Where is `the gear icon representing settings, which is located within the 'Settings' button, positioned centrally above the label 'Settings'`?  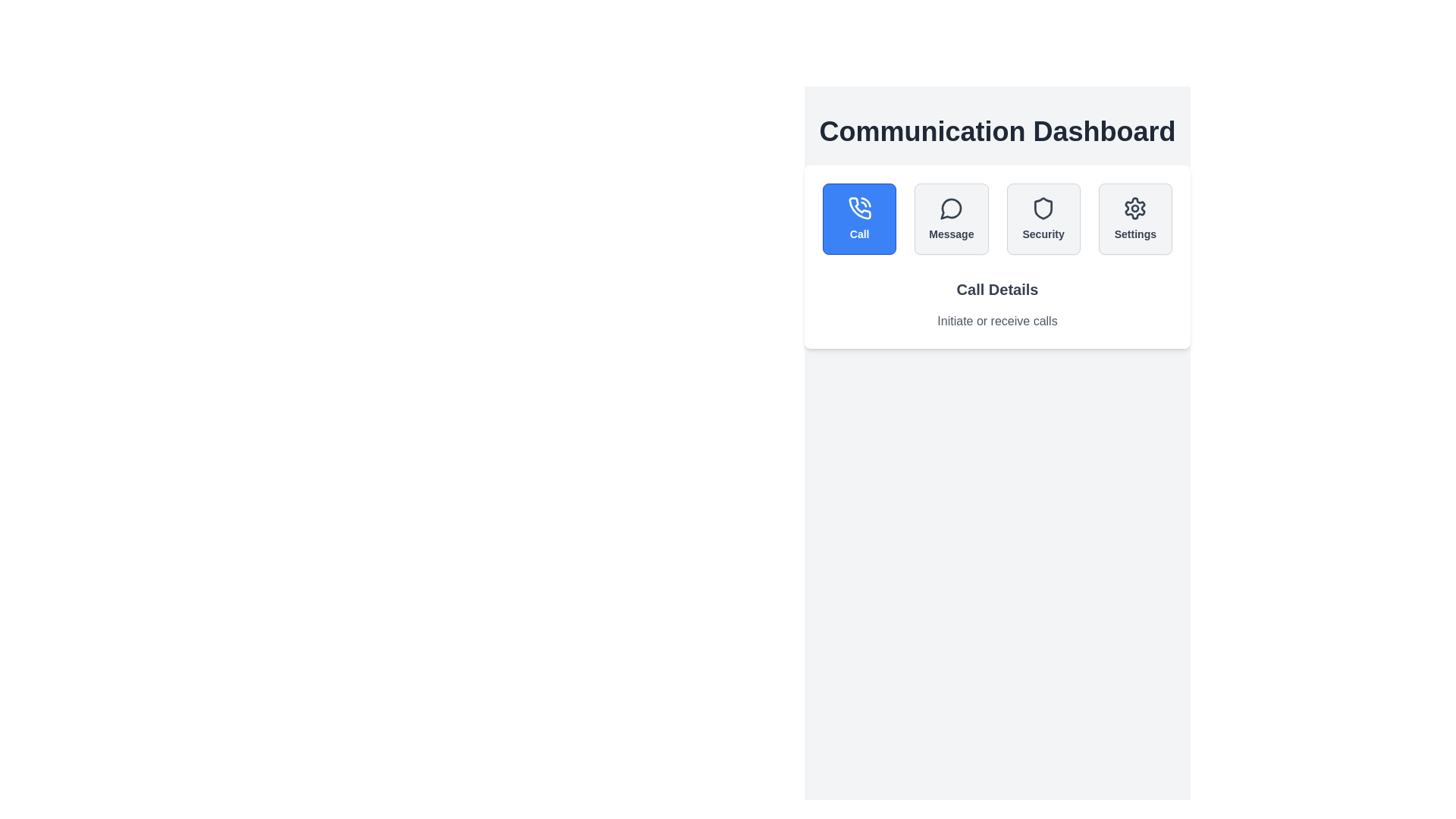 the gear icon representing settings, which is located within the 'Settings' button, positioned centrally above the label 'Settings' is located at coordinates (1135, 208).